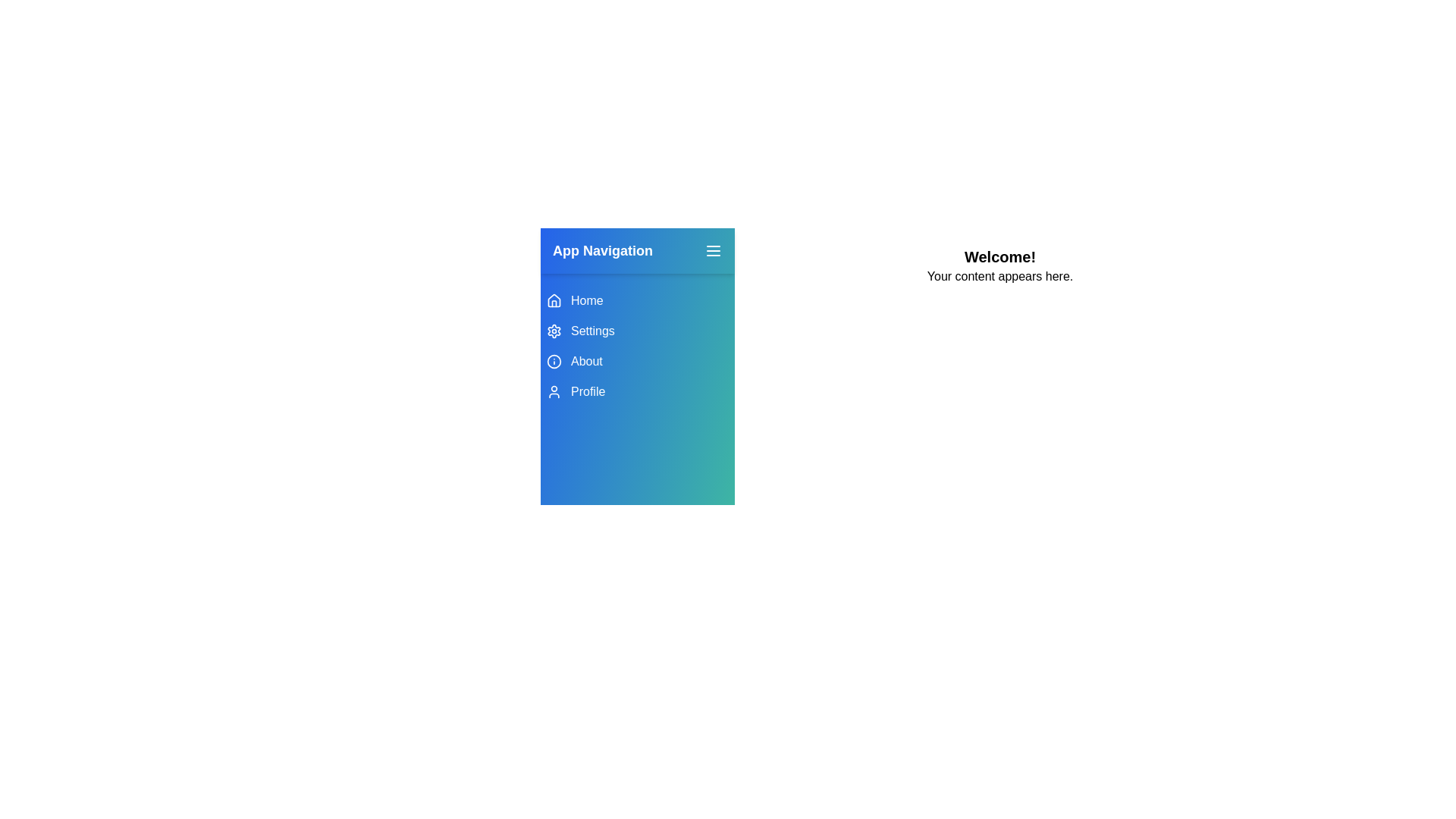 The width and height of the screenshot is (1456, 819). I want to click on the menu item About from the drawer, so click(637, 362).